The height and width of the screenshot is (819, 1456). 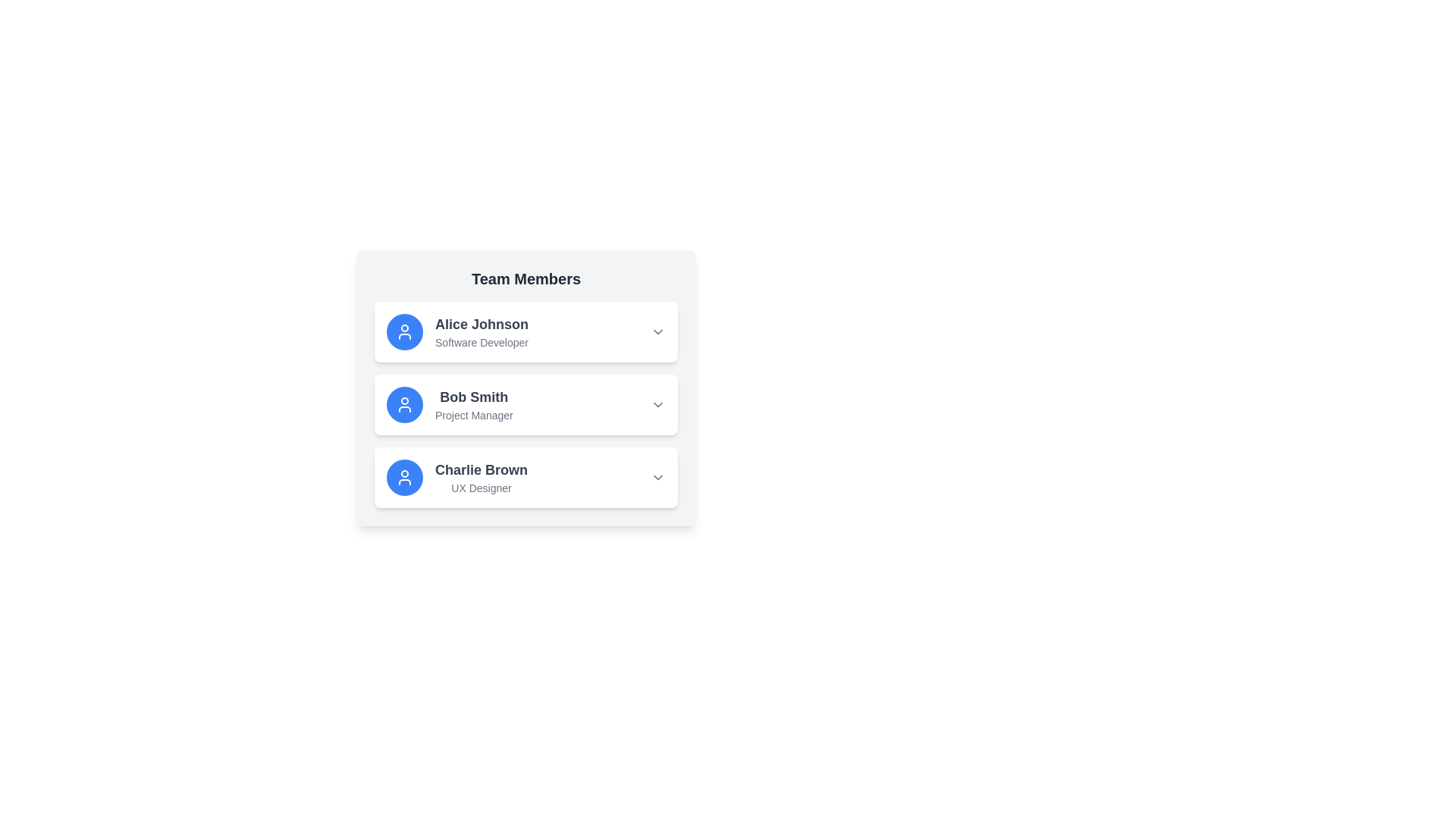 I want to click on the List Item Card representing a team member, located centrally, so click(x=526, y=388).